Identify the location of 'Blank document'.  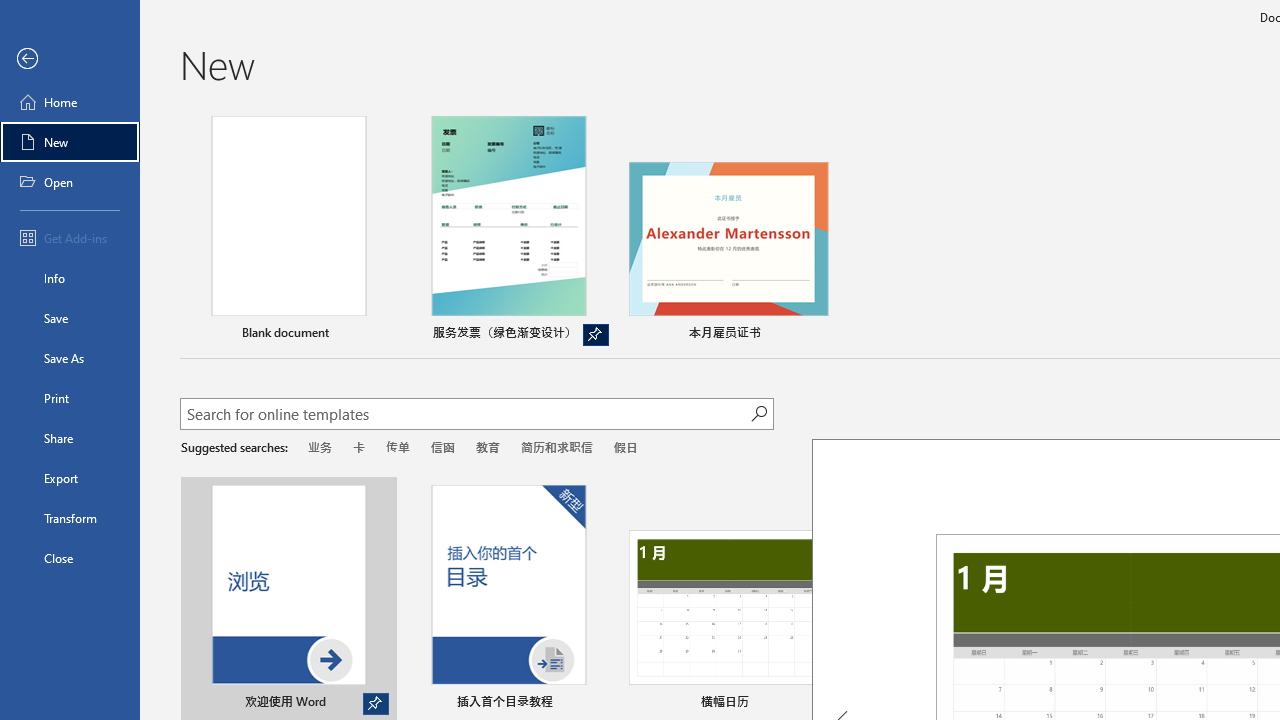
(287, 230).